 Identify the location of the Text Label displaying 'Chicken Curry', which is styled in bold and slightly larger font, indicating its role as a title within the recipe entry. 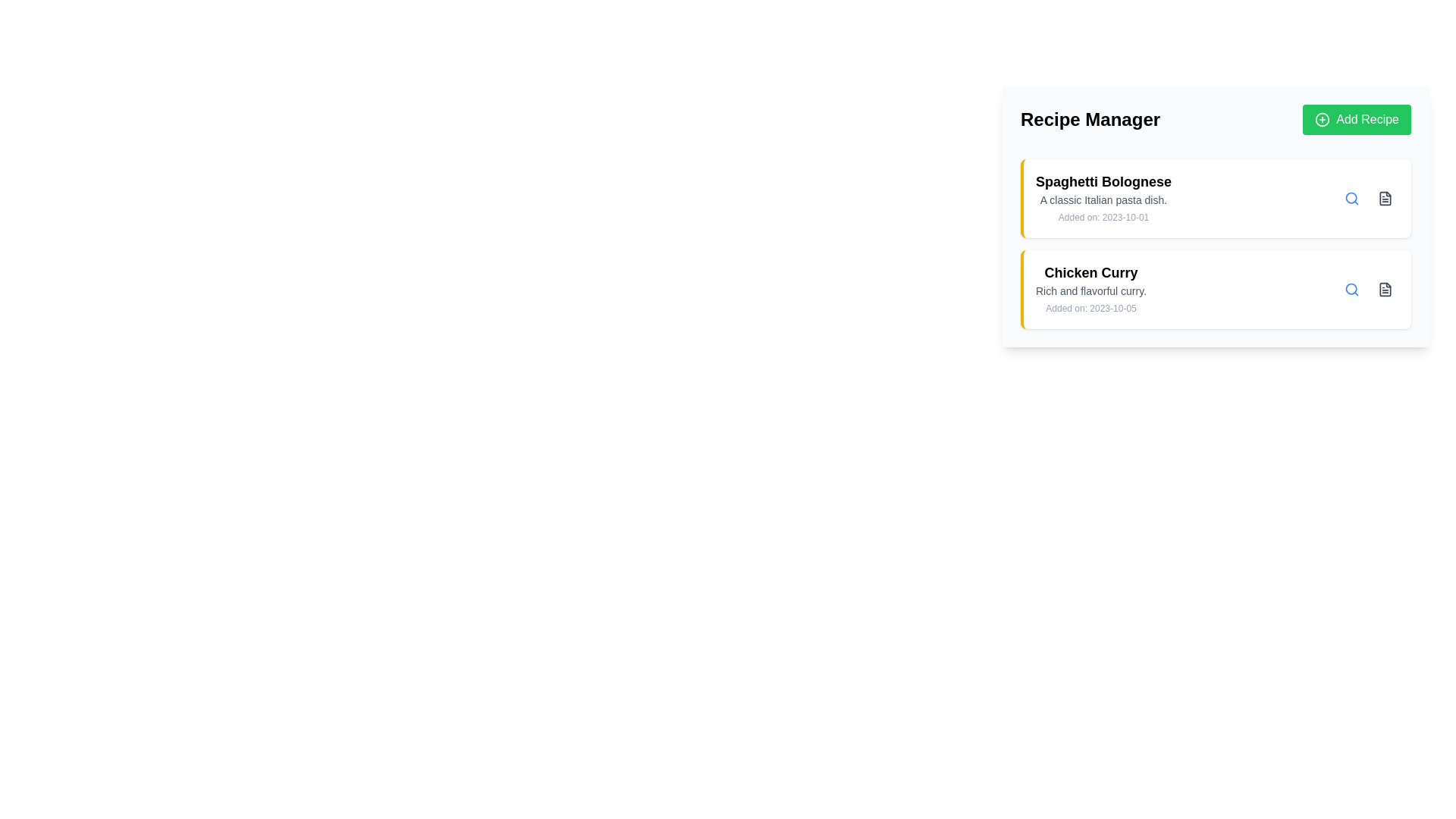
(1090, 271).